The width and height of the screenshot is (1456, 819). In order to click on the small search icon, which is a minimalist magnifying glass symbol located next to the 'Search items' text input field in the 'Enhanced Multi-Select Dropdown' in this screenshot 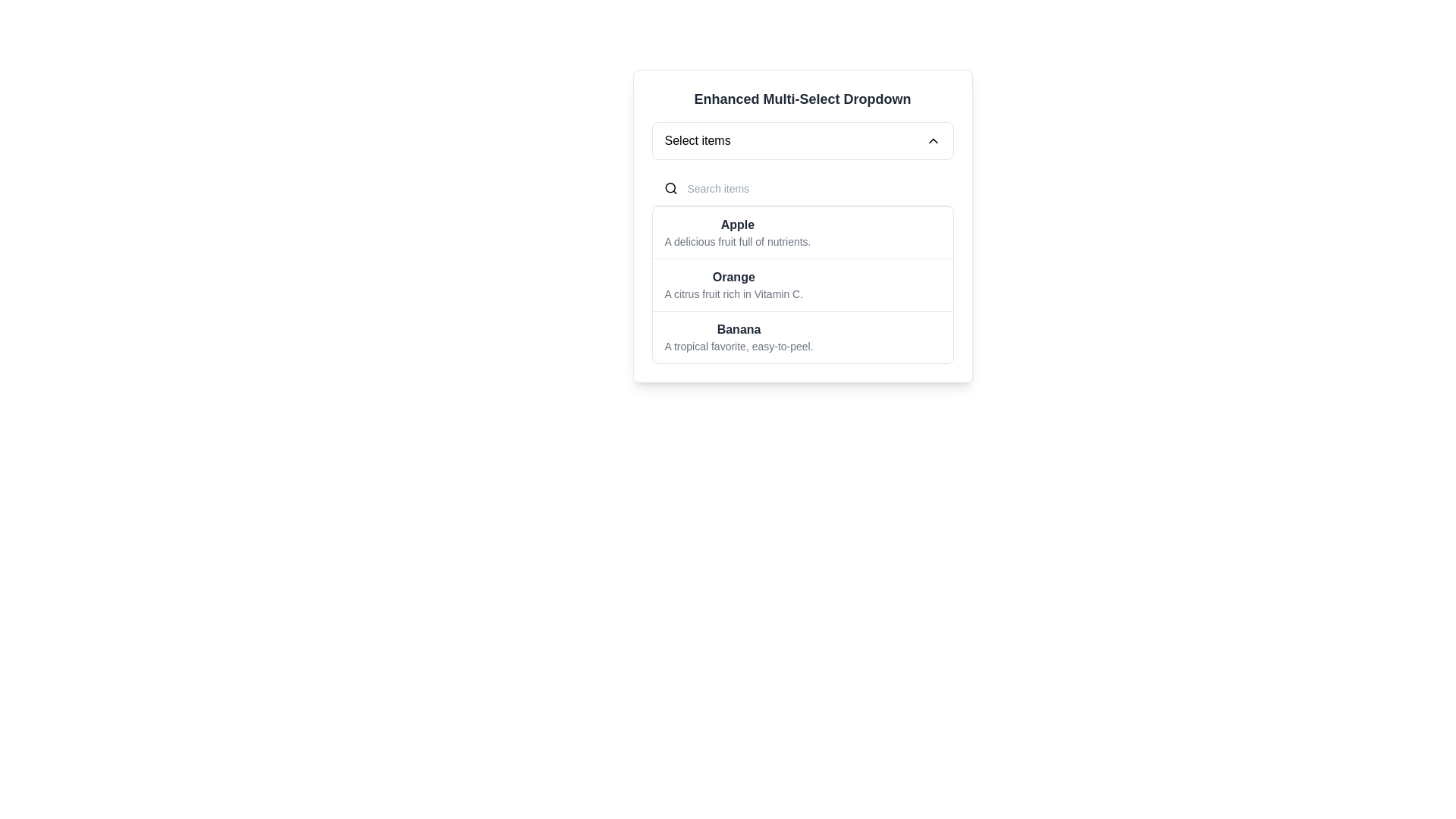, I will do `click(670, 188)`.